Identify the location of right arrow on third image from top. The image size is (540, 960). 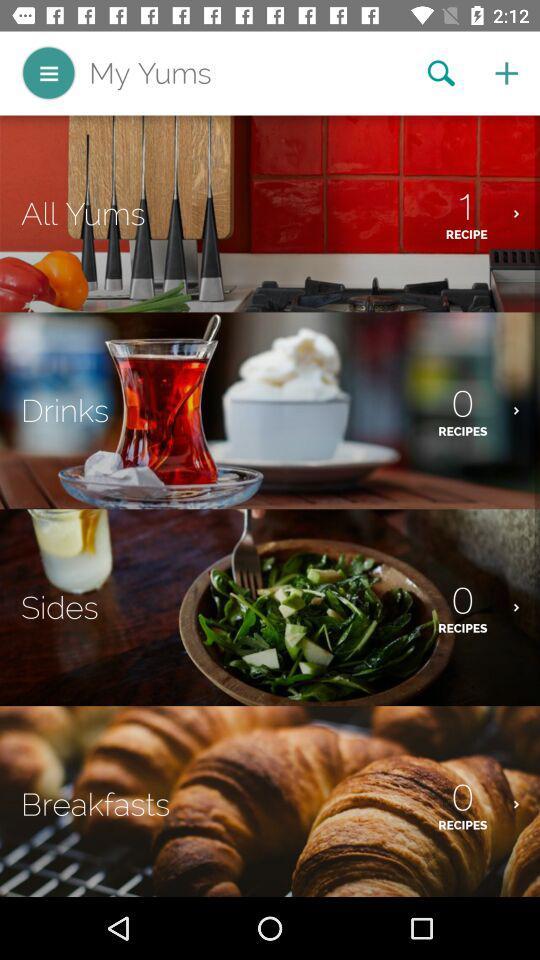
(526, 606).